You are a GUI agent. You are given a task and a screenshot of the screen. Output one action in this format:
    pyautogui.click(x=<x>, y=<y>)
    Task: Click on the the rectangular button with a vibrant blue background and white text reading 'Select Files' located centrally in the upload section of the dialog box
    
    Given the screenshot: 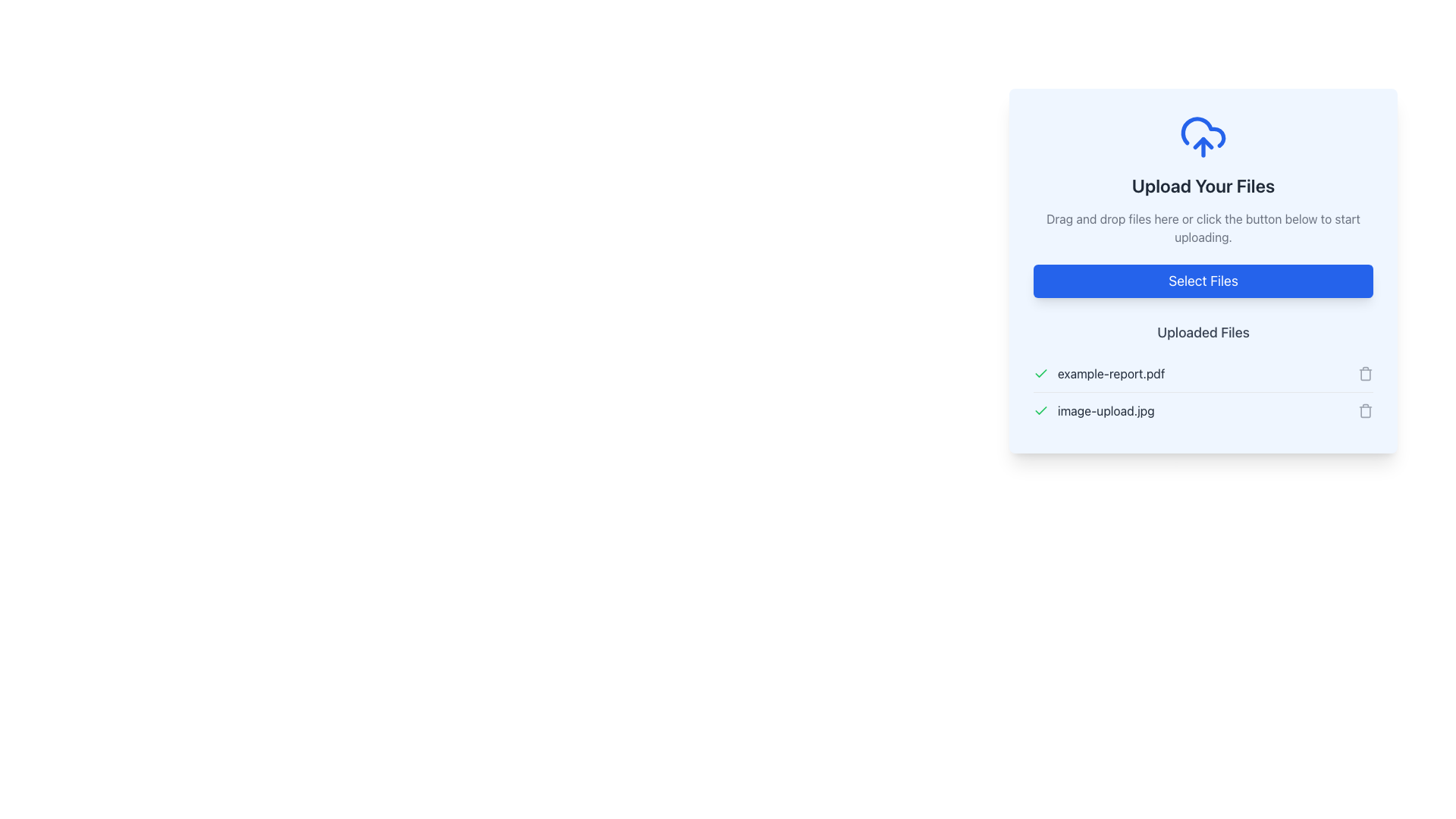 What is the action you would take?
    pyautogui.click(x=1203, y=281)
    